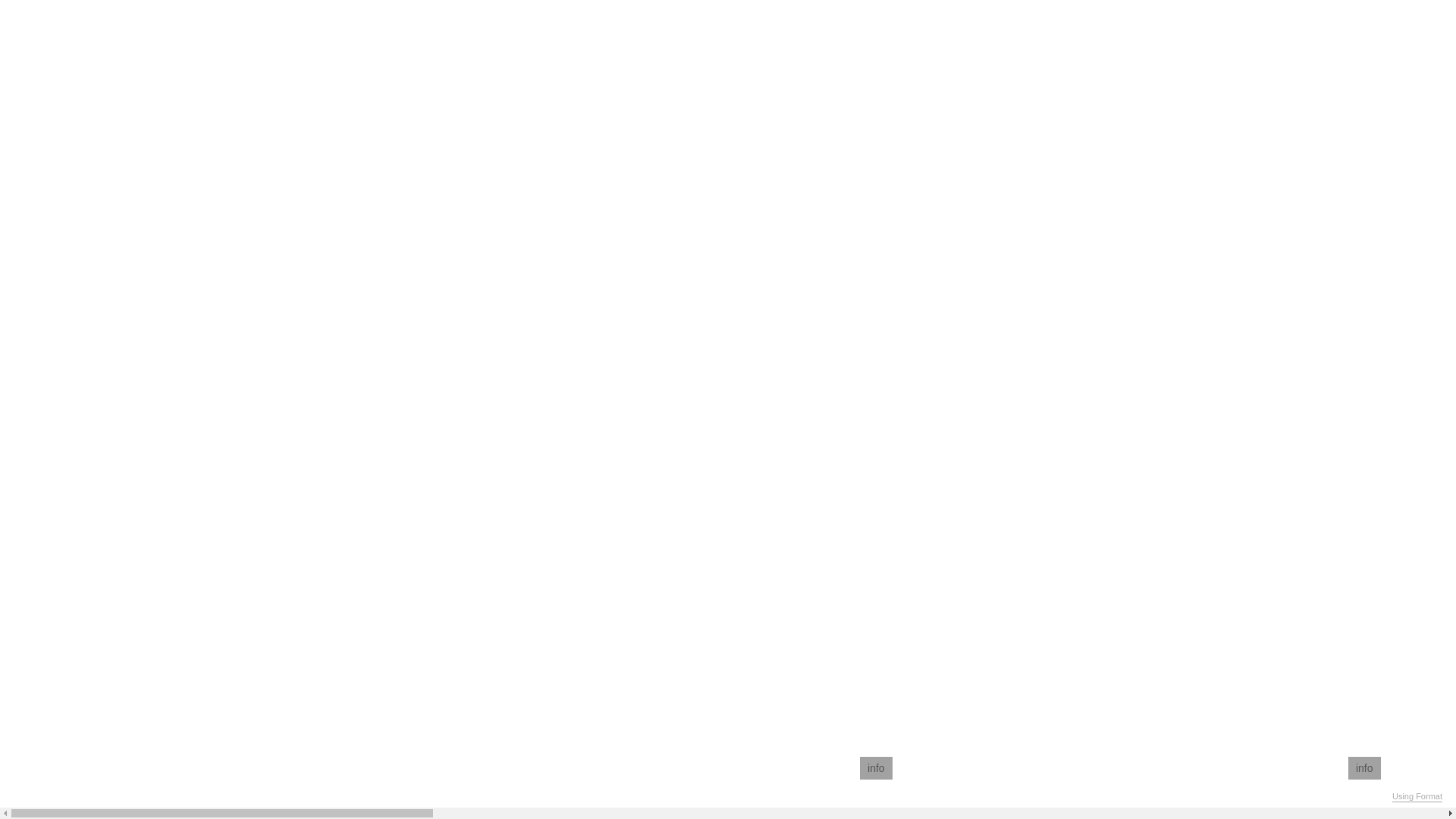 This screenshot has width=1456, height=819. What do you see at coordinates (859, 768) in the screenshot?
I see `'info'` at bounding box center [859, 768].